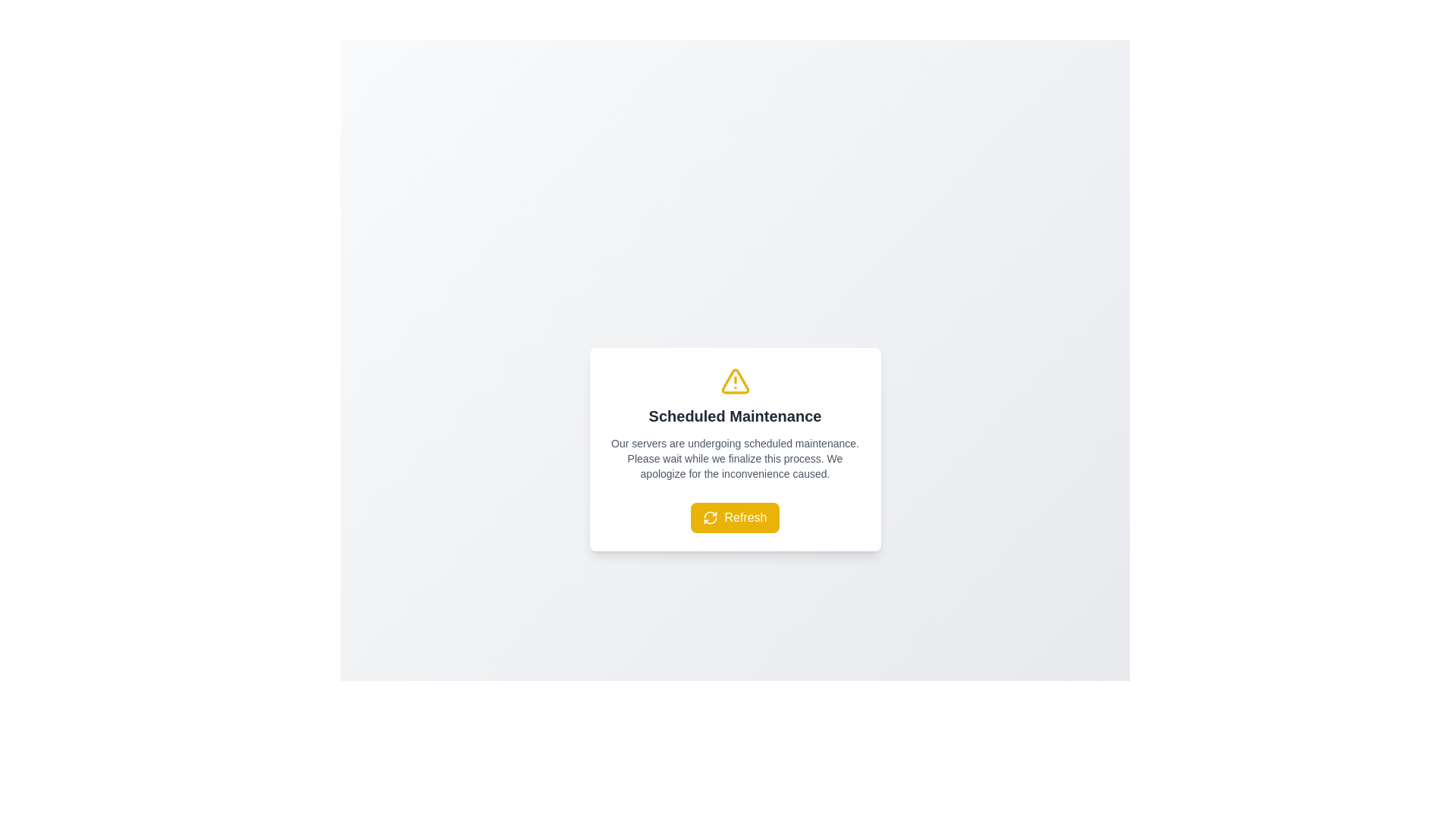  I want to click on the 'Refresh' button which contains the SVG icon on its left side, so click(710, 516).